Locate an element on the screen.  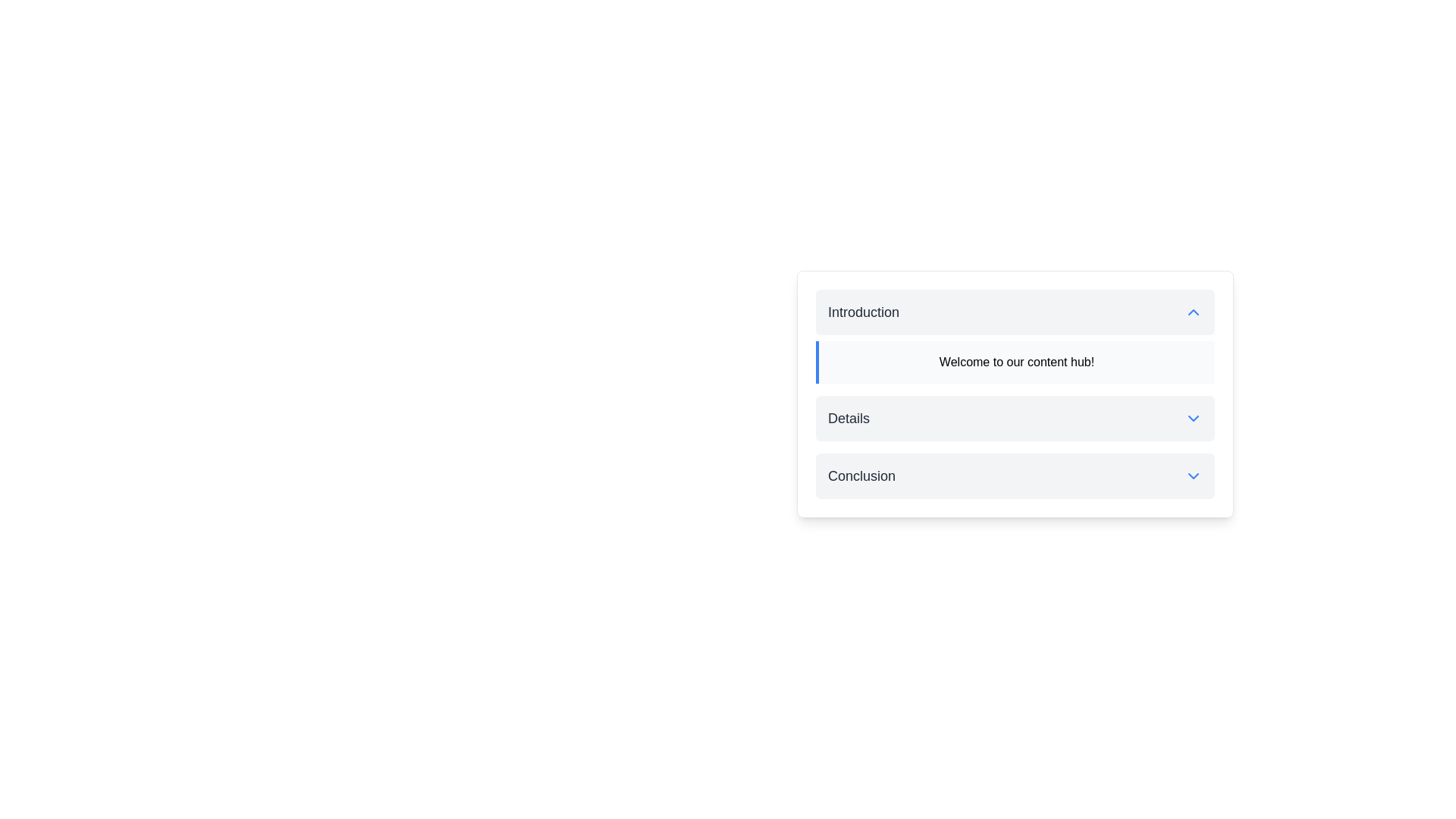
the 'Conclusion' text label element, which is styled with a medium-sized, bold font in dark gray is located at coordinates (861, 475).